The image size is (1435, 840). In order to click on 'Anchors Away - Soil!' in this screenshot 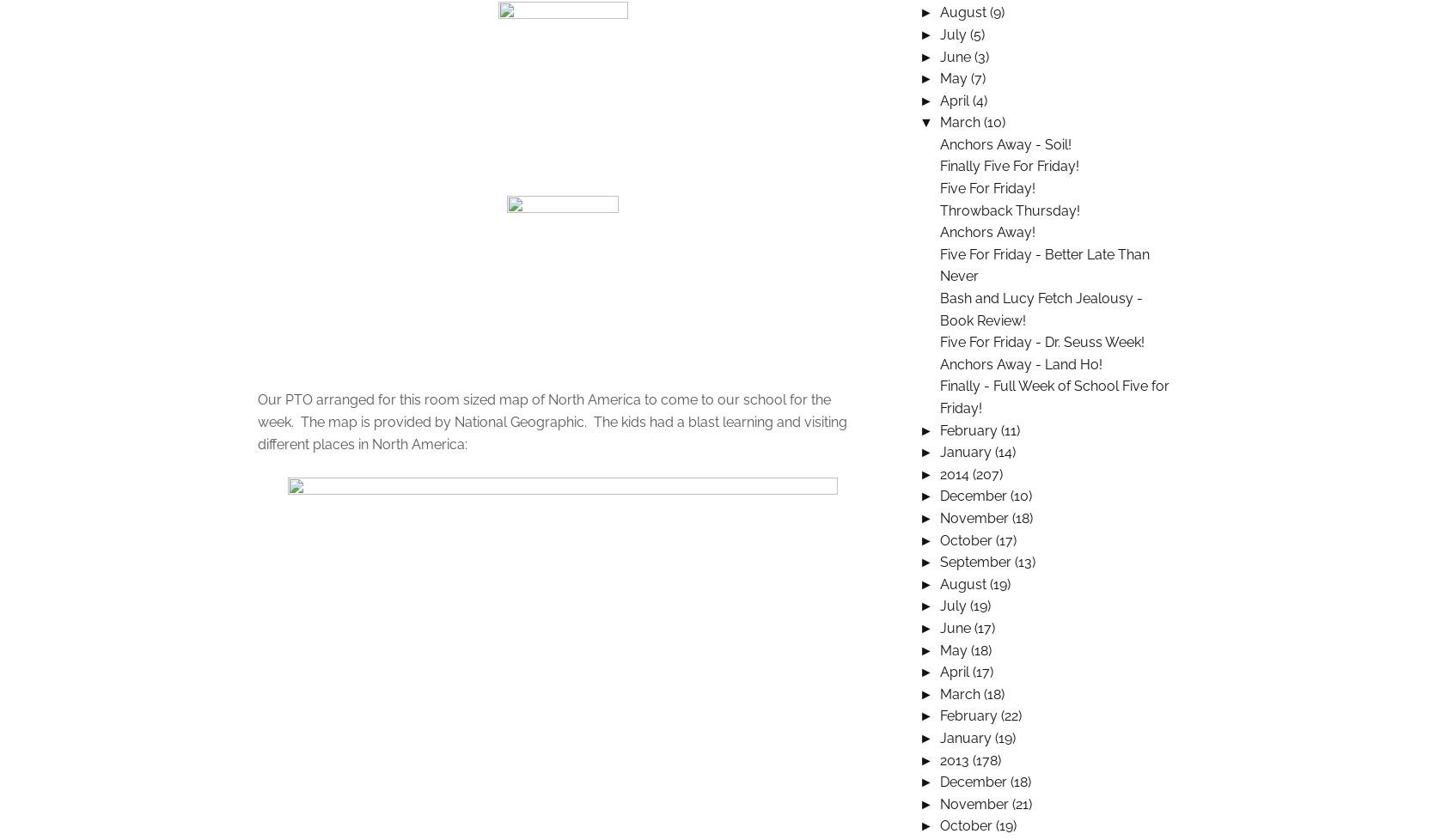, I will do `click(1005, 143)`.